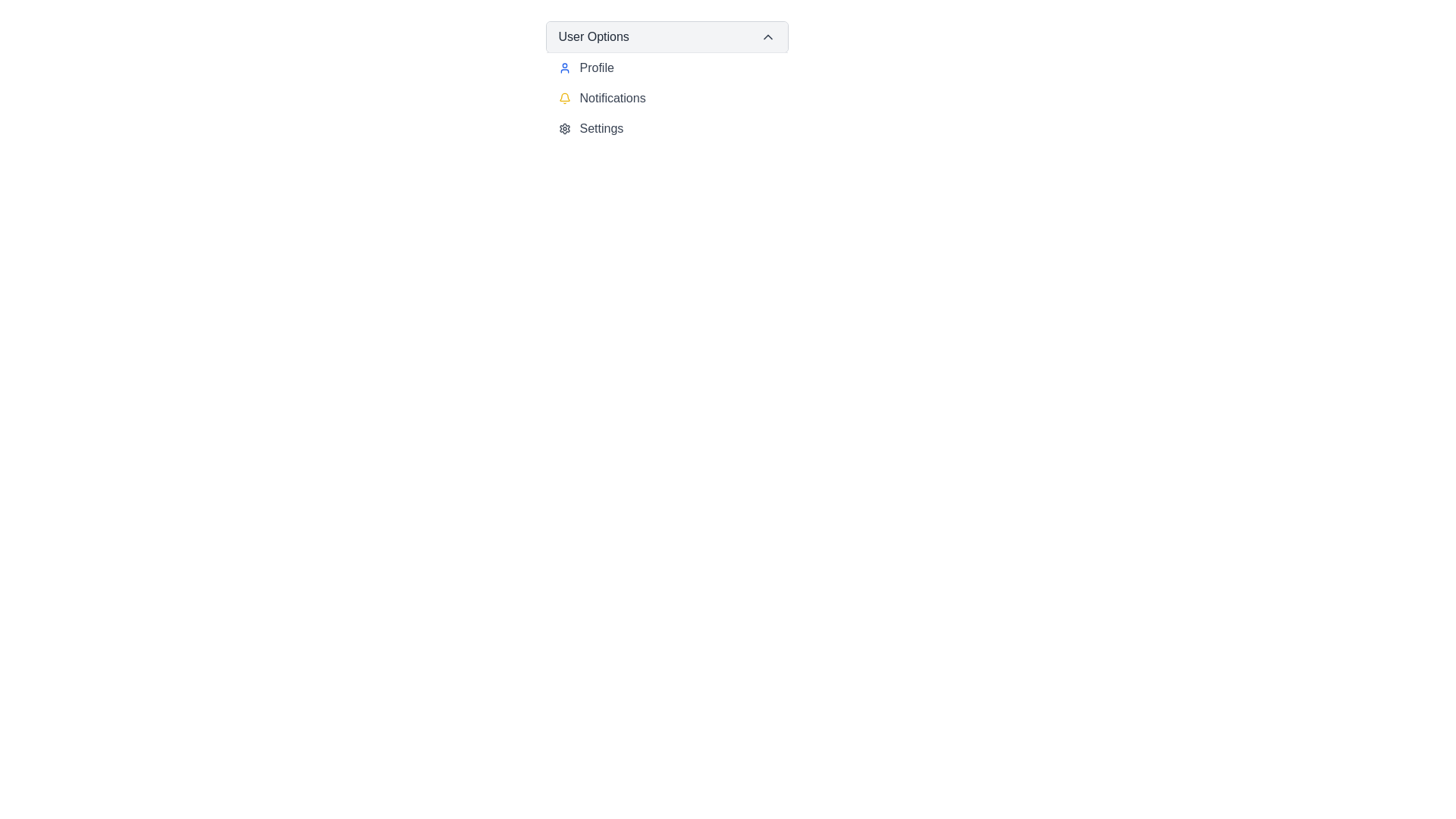  Describe the element at coordinates (563, 99) in the screenshot. I see `the yellow bell-shaped notification icon located to the left of the 'Notifications' text, which is visually distinct with a rounded design and slight shadow effect` at that location.